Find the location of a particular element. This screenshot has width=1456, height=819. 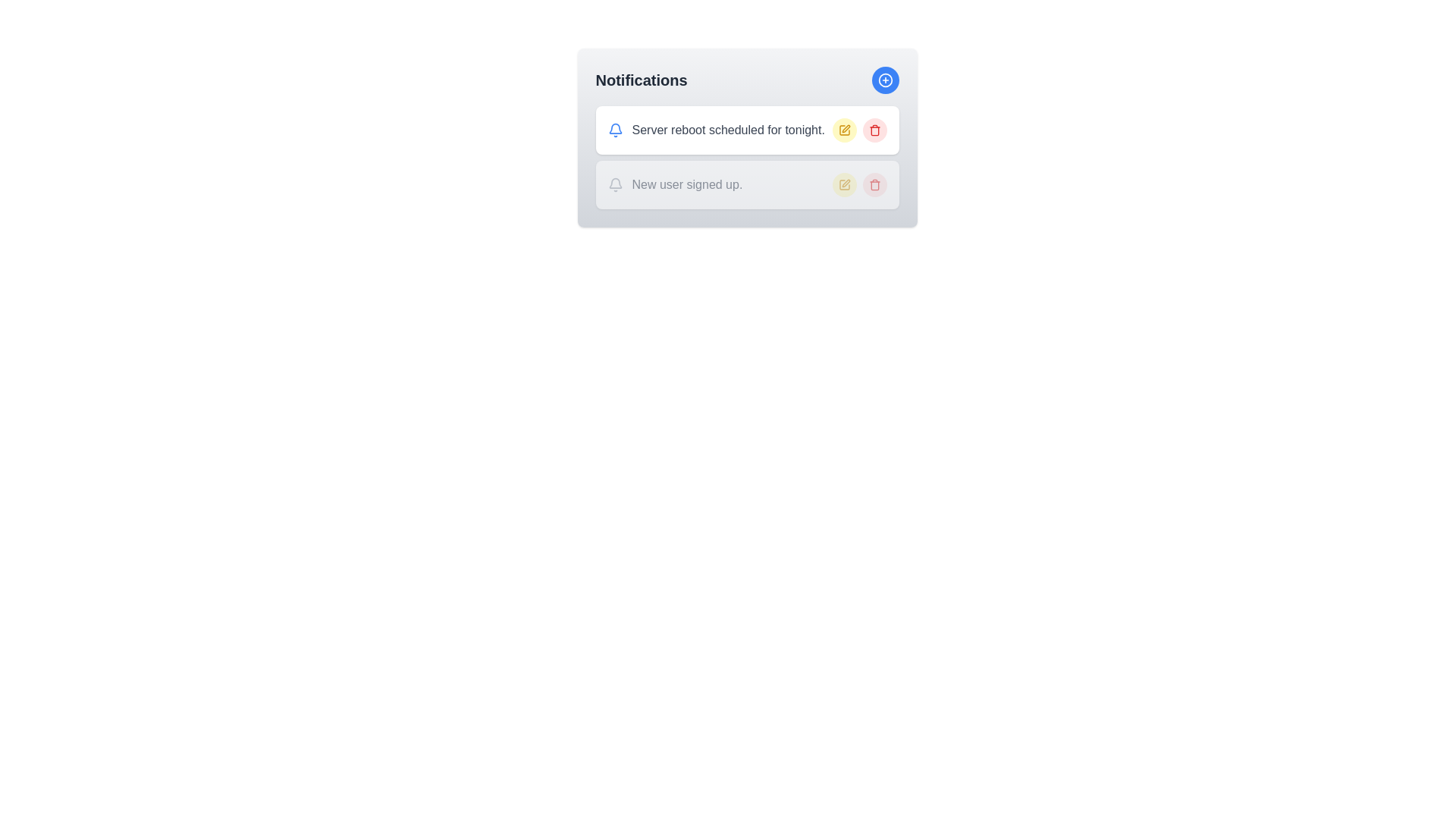

the interactive button for adding a new notification located at the far right of the 'Notifications' card header section is located at coordinates (885, 80).